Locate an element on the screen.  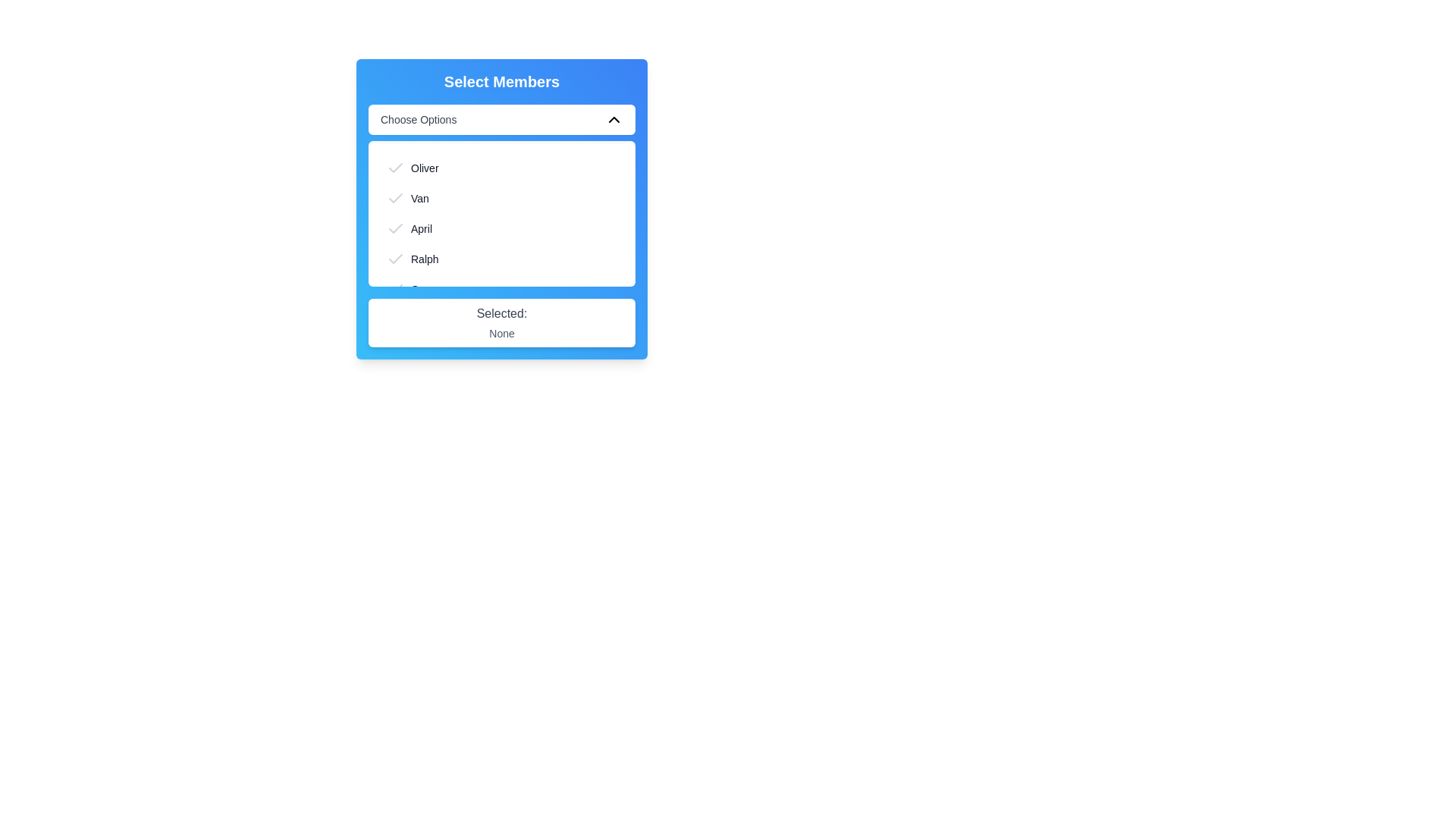
the gray outlined checkmark icon located to the left of the 'Van' entry in the selection list is located at coordinates (396, 198).